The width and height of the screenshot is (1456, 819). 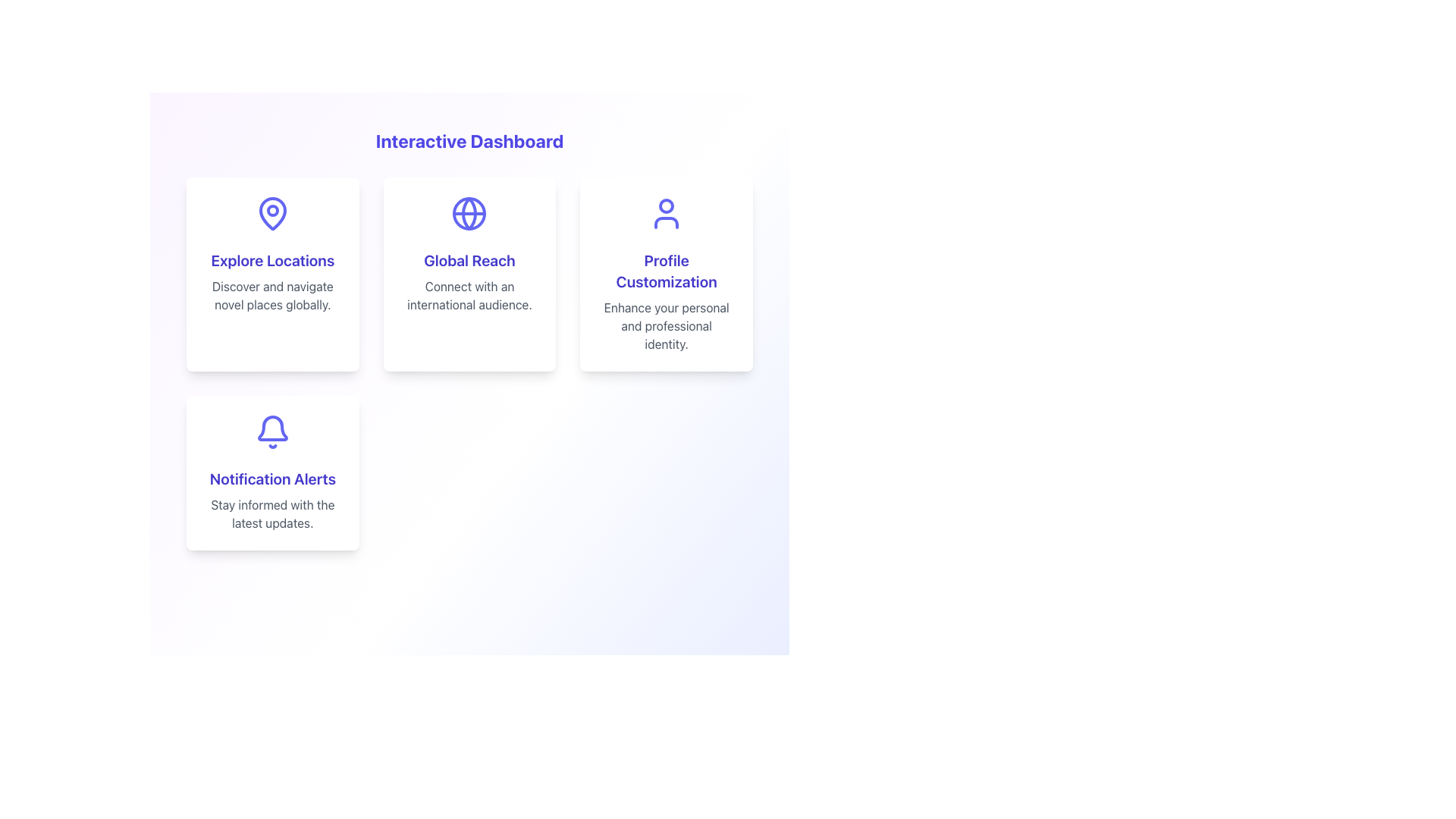 I want to click on the title text related to profile customization features located within the third card in the second row of the interface, so click(x=667, y=271).